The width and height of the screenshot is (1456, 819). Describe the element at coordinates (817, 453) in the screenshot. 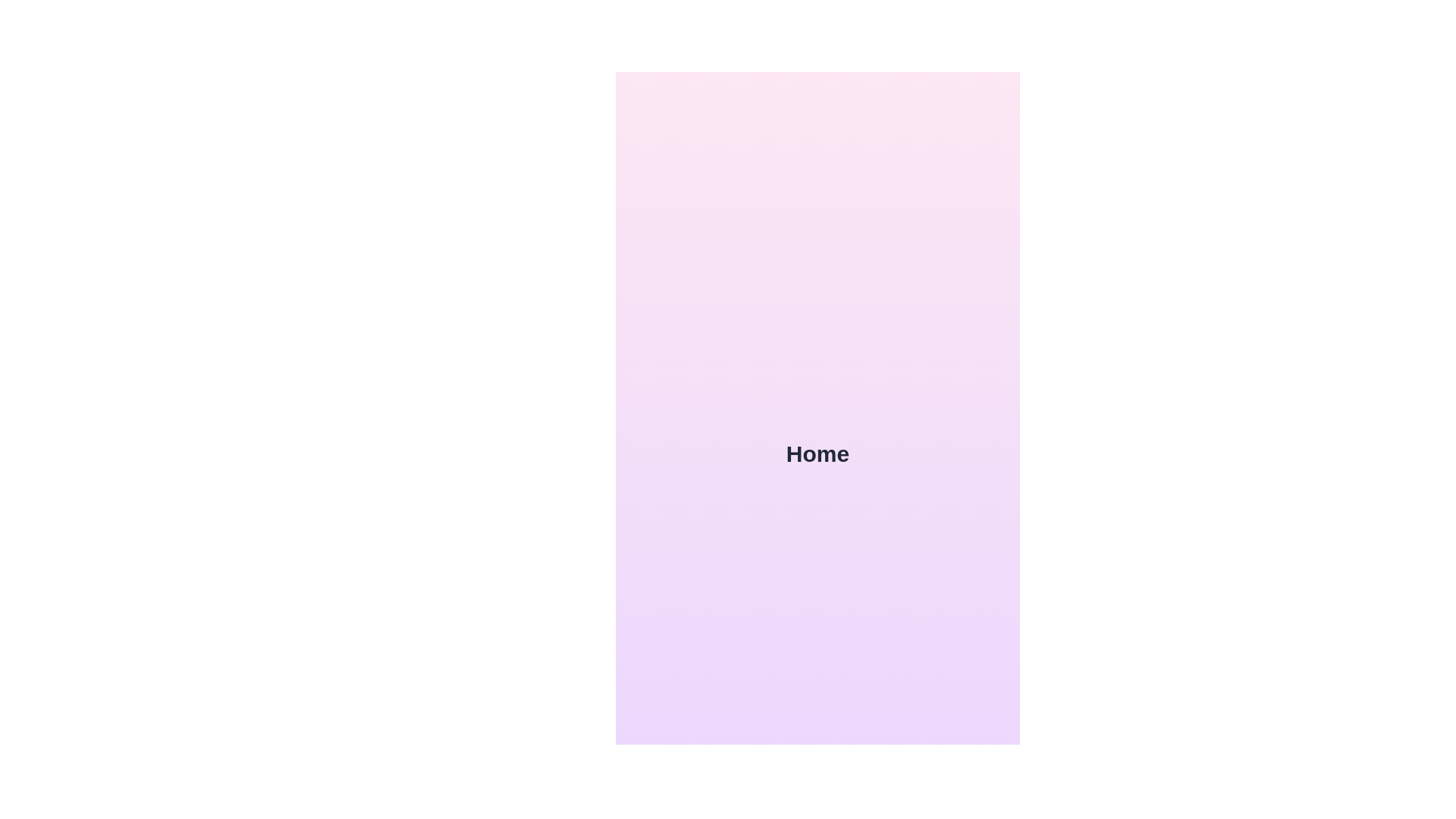

I see `the text 'Home' displayed in the center of the component` at that location.